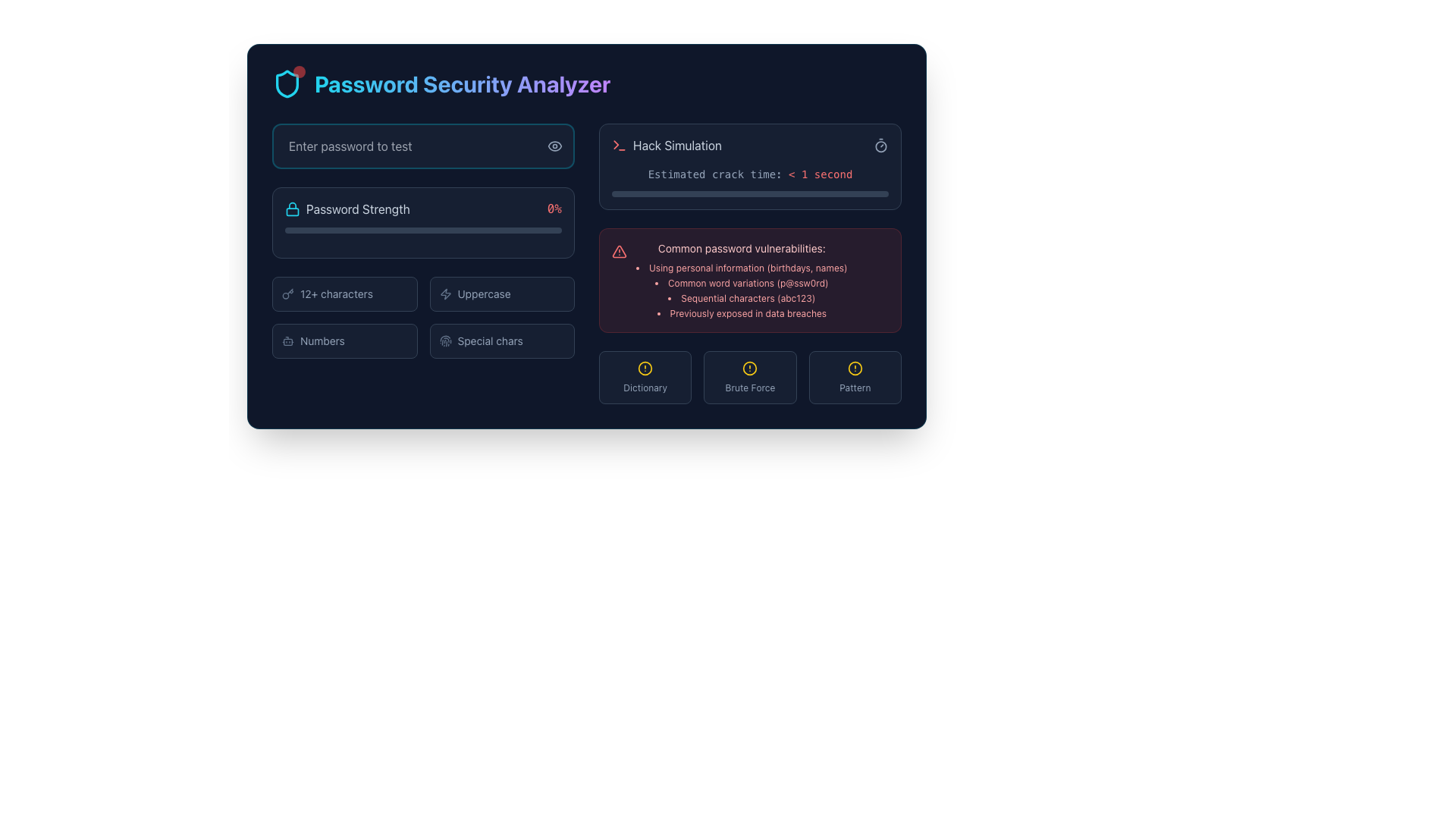 This screenshot has height=819, width=1456. I want to click on the 'Brute Force' vulnerability type label, which is the middle label in a group of three horizontally aligned labels at the bottom of the interface, positioned between the 'Dictionary' and 'Pattern' labels, so click(750, 388).